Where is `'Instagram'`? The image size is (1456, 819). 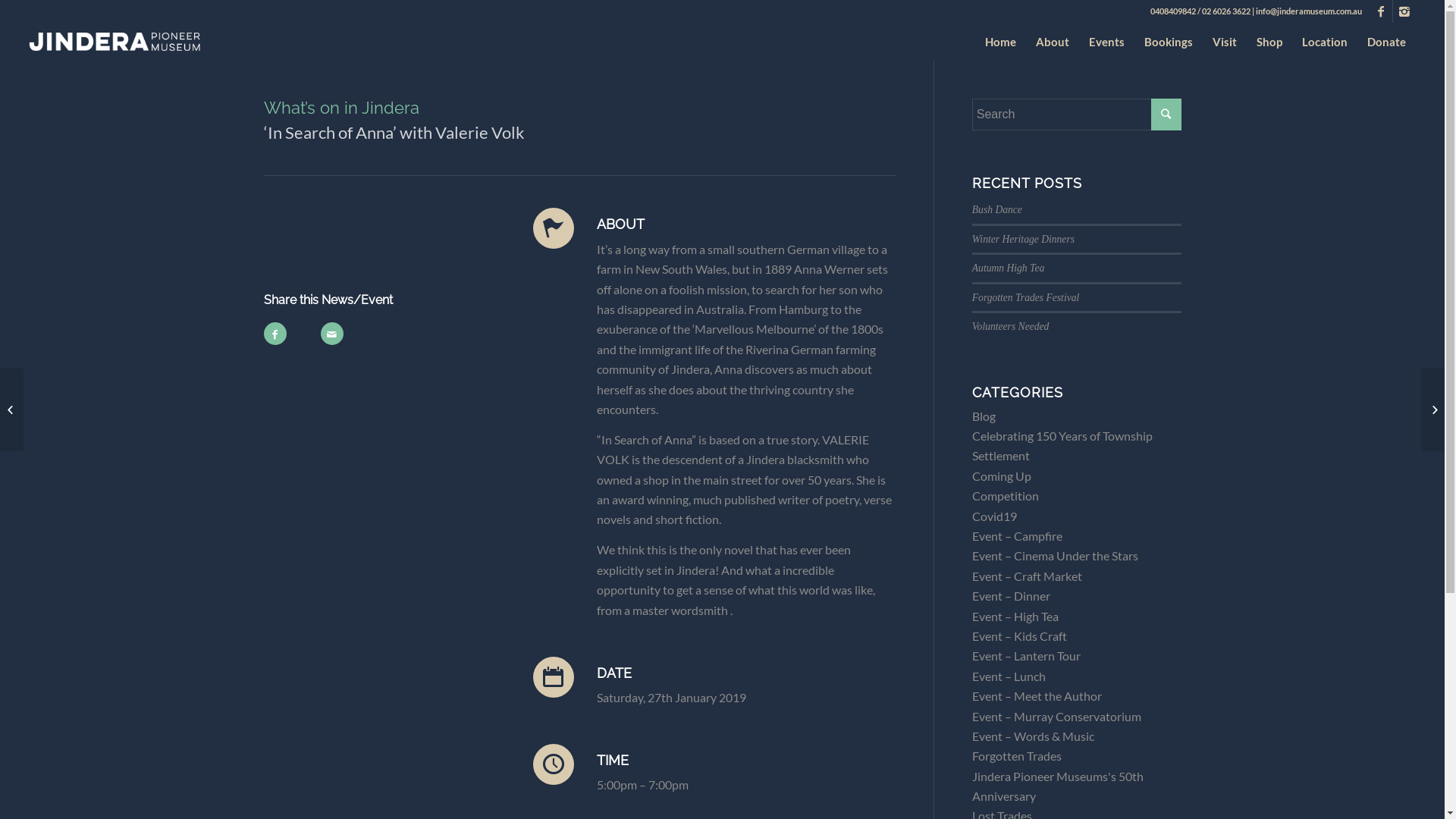
'Instagram' is located at coordinates (1393, 11).